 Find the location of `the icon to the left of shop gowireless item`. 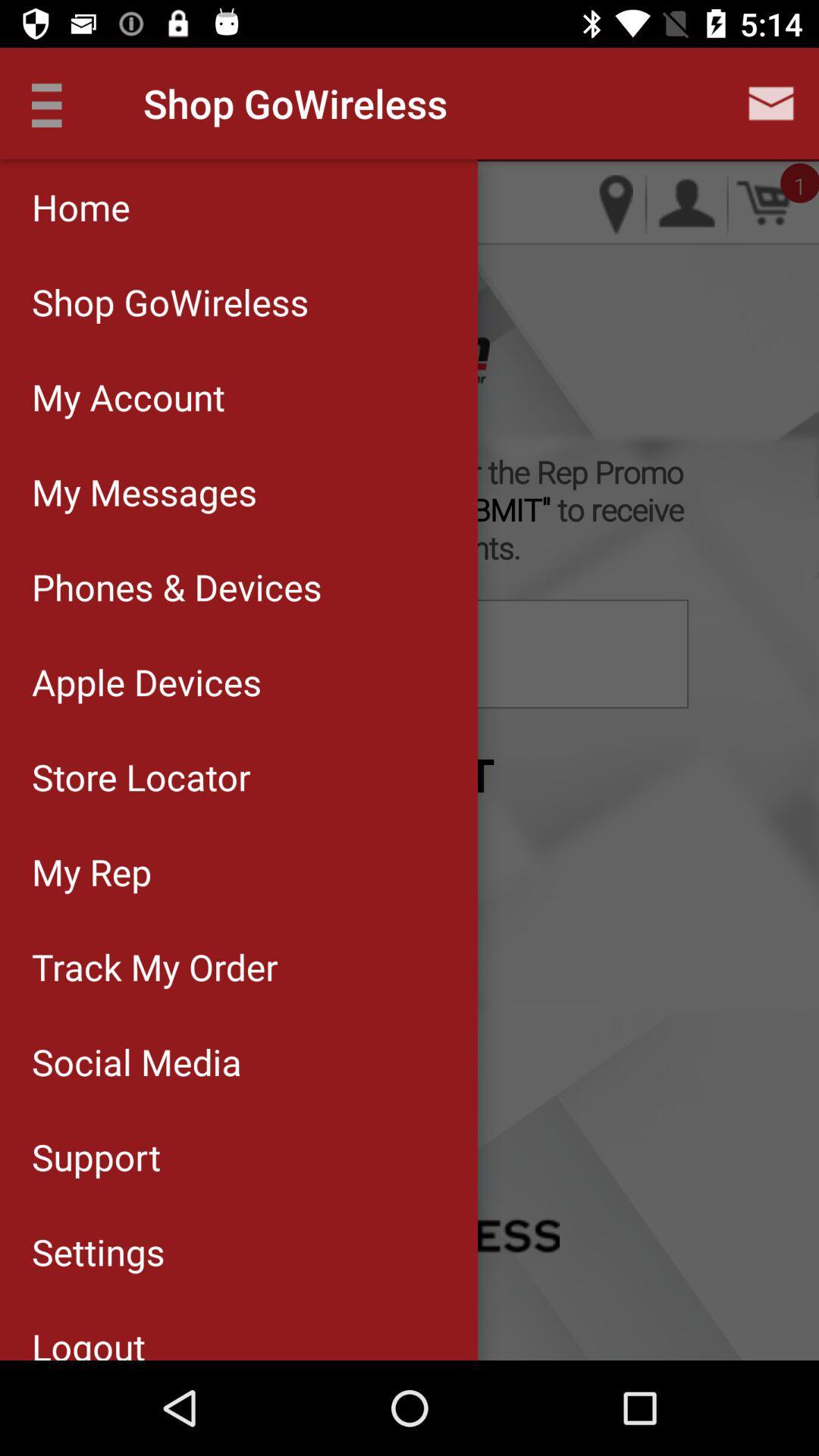

the icon to the left of shop gowireless item is located at coordinates (55, 102).